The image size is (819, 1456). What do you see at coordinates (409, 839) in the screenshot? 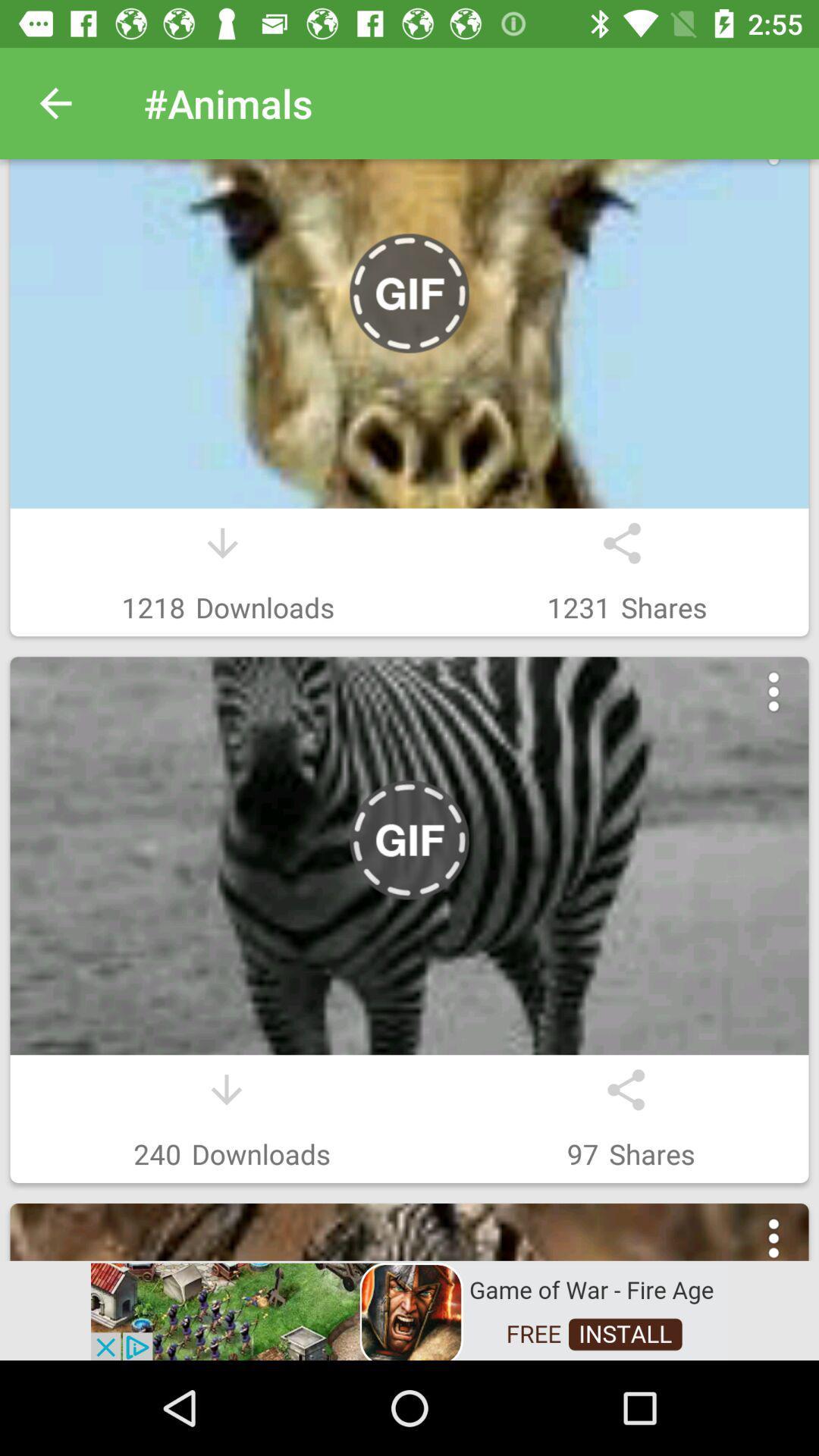
I see `gif icon which is on the picture of zibra` at bounding box center [409, 839].